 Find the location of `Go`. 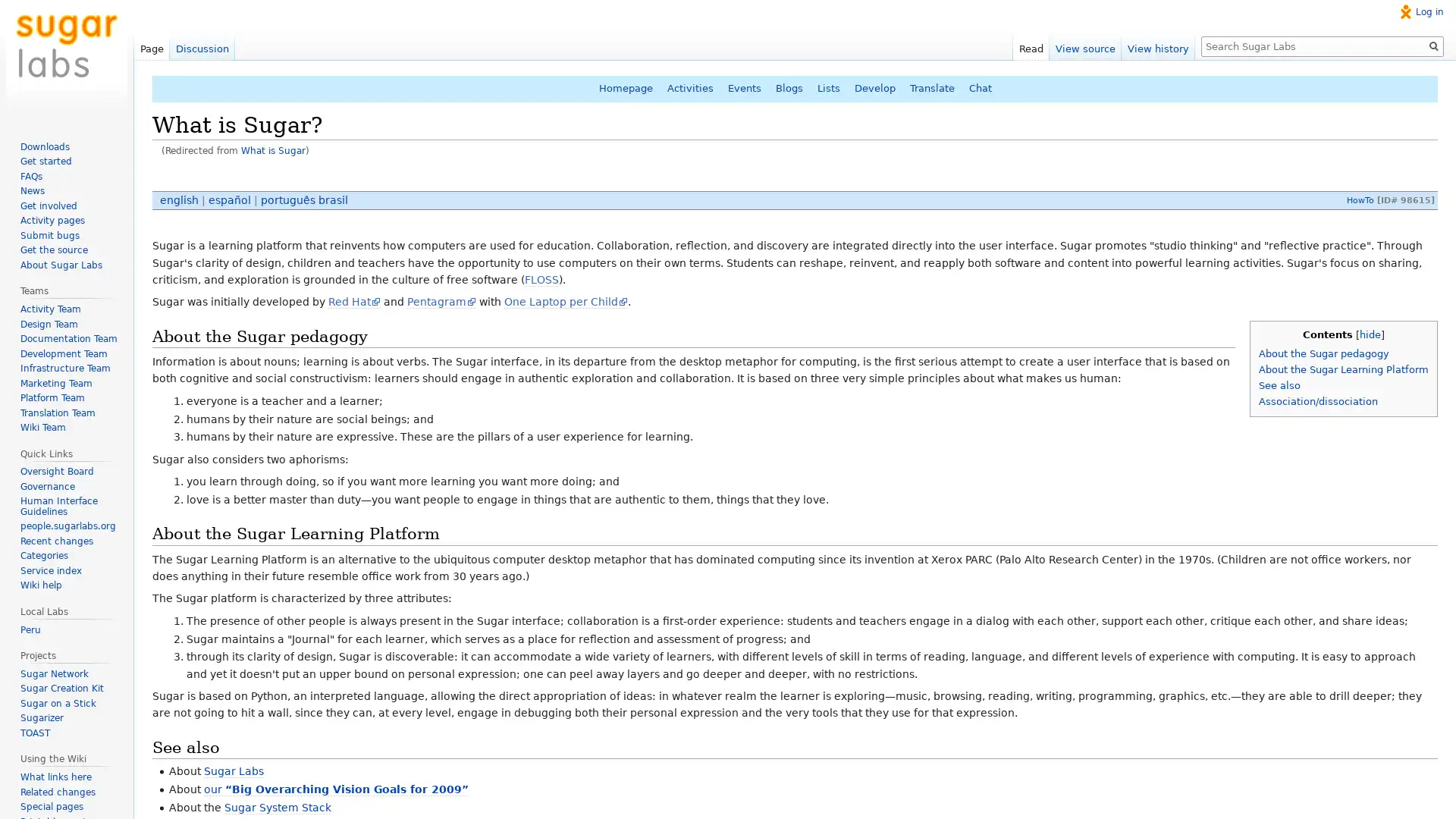

Go is located at coordinates (1433, 45).